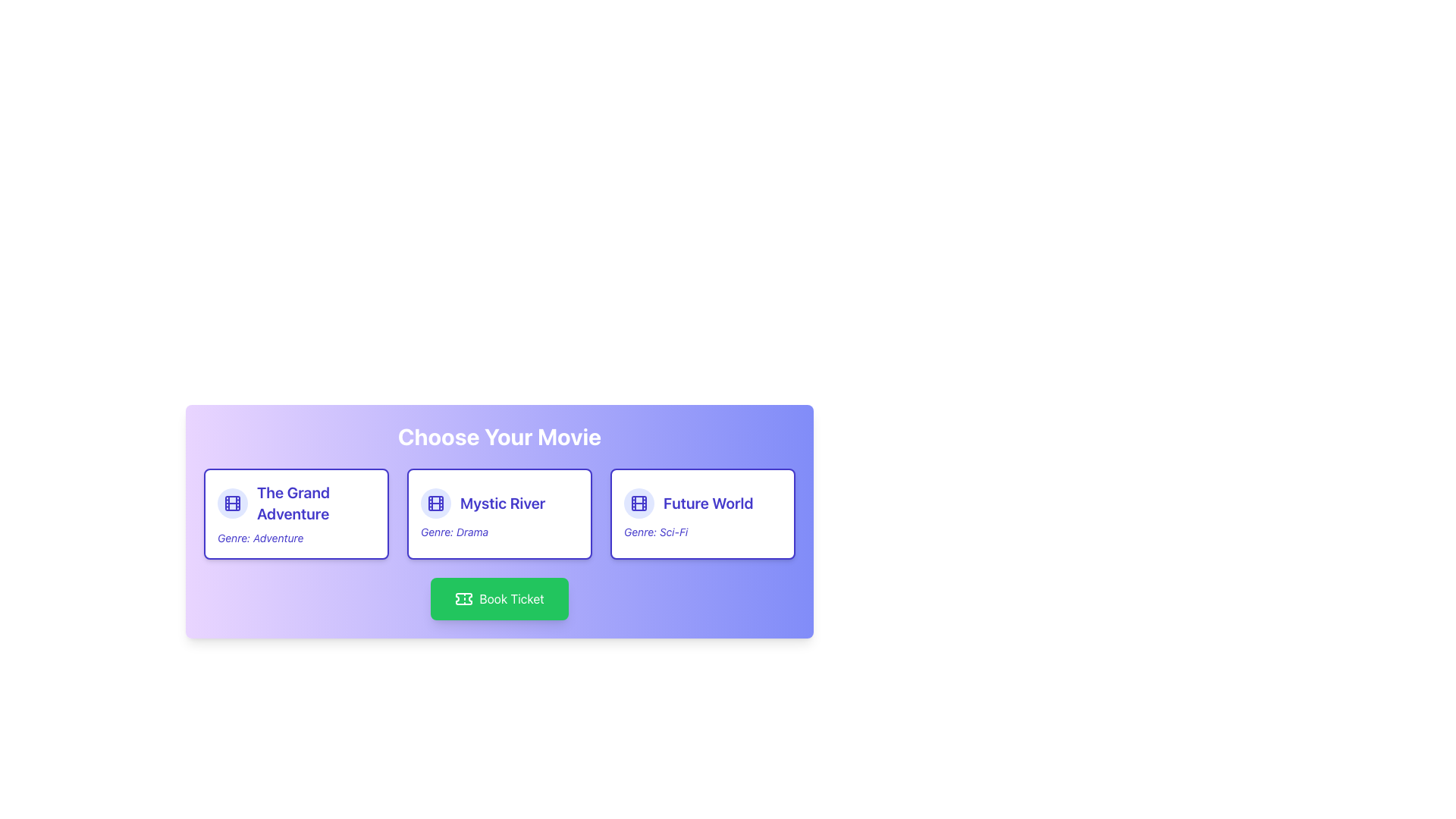  I want to click on the blue rectangular SVG component with rounded corners located within the film icon of the movie 'Mystic River', the second movie card in the horizontal list, so click(435, 503).